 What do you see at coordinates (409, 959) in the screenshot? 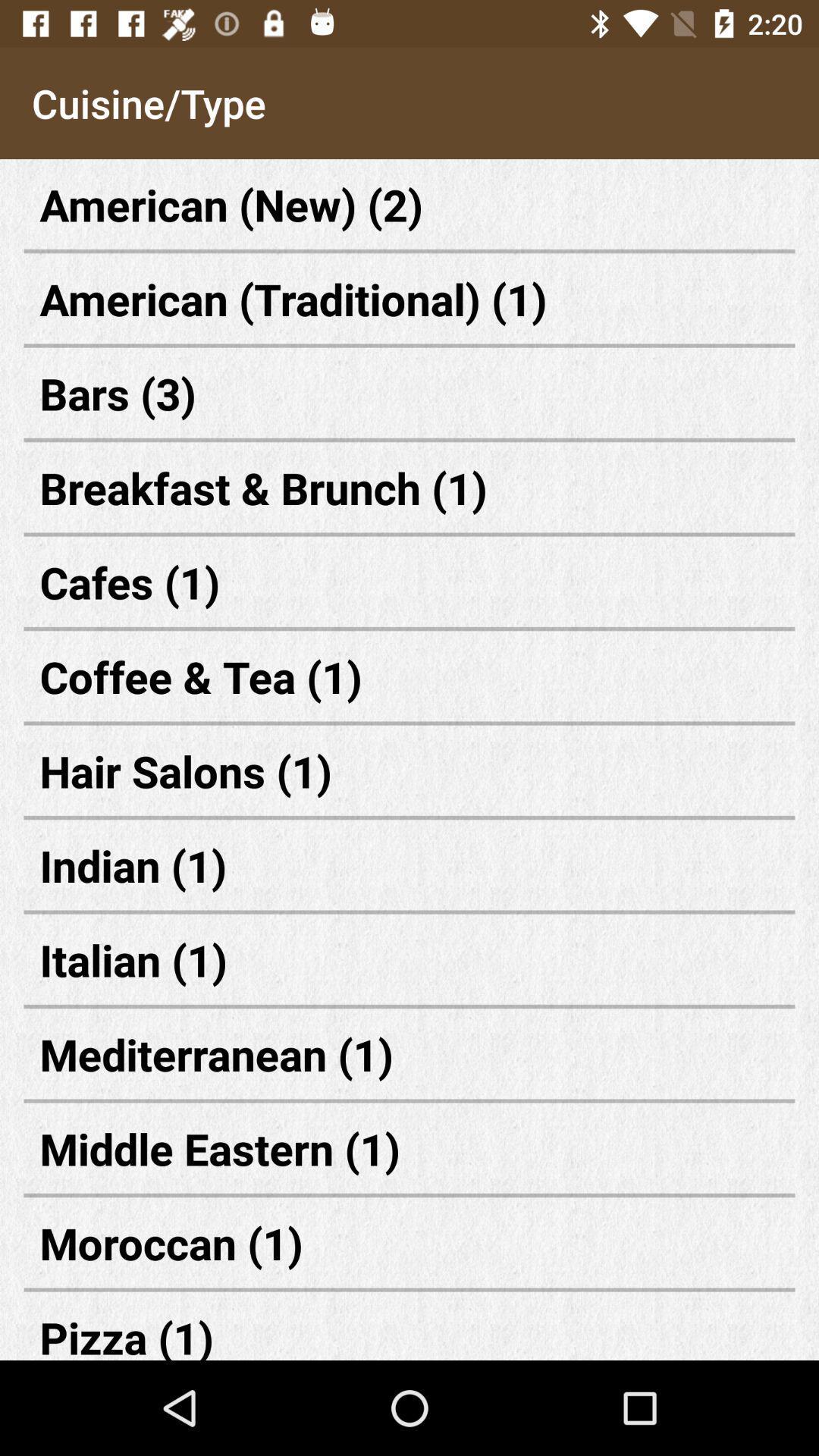
I see `the item above mediterranean (1) icon` at bounding box center [409, 959].